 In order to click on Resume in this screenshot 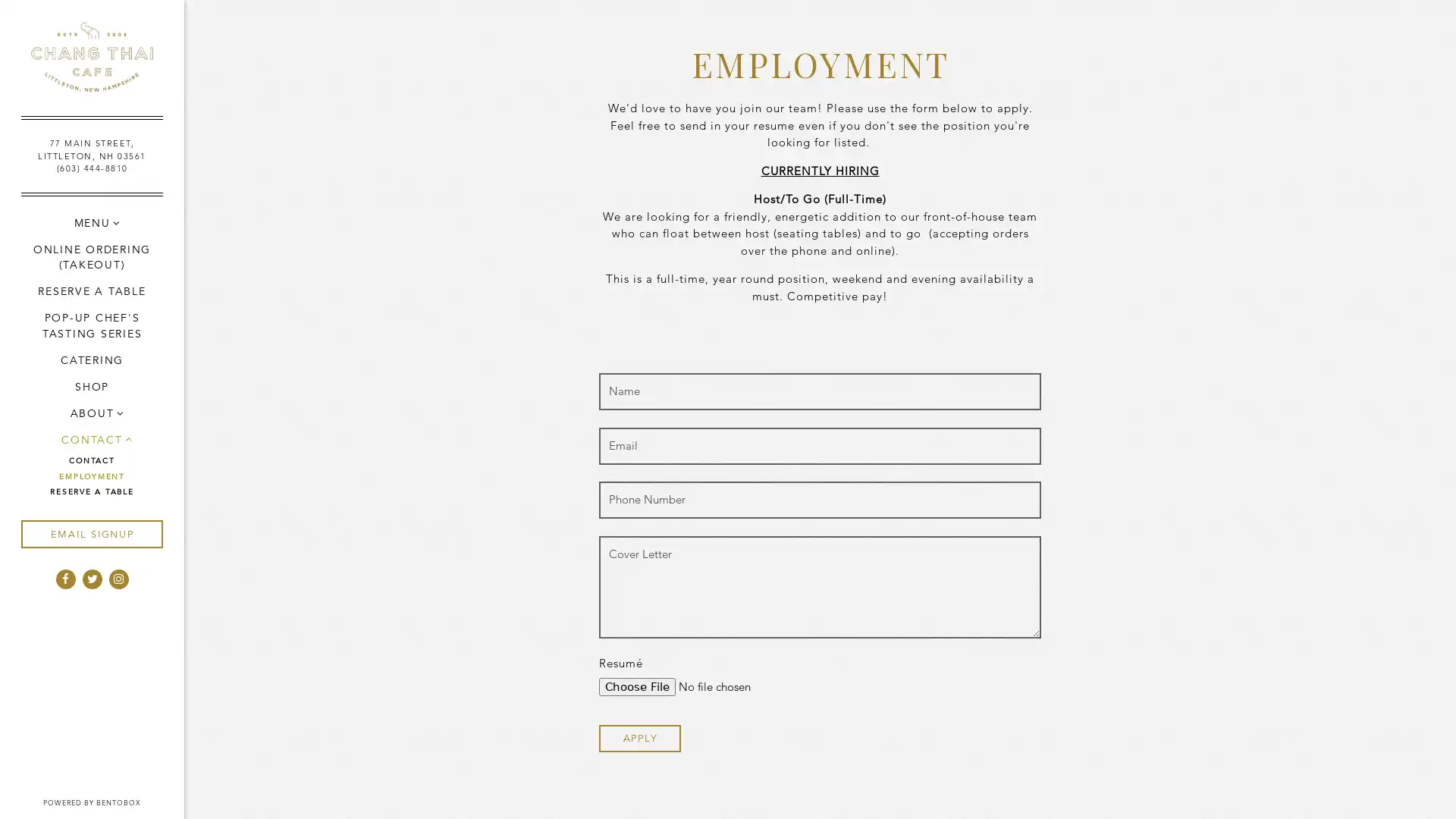, I will do `click(701, 687)`.